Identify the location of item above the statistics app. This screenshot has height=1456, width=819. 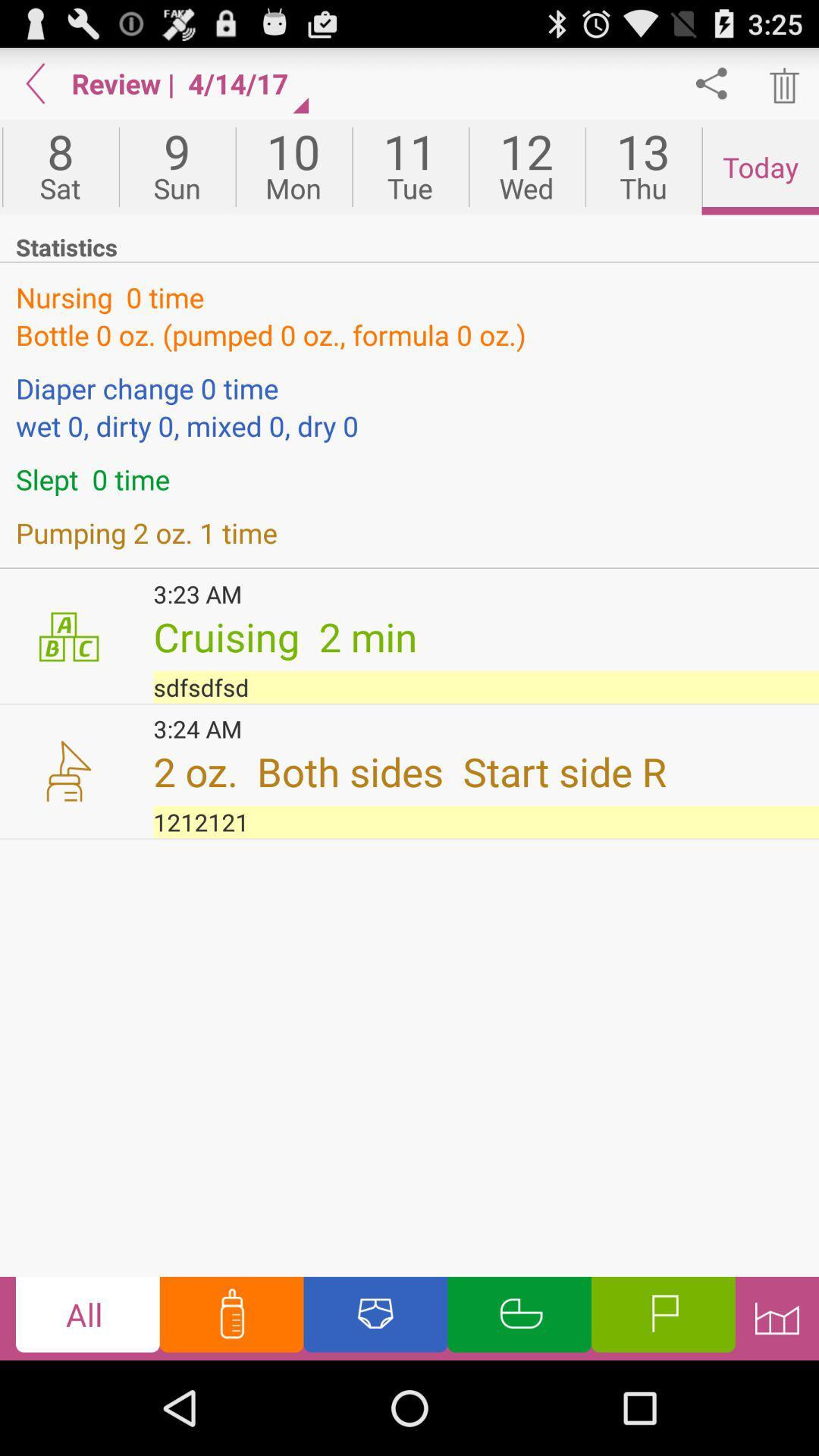
(410, 167).